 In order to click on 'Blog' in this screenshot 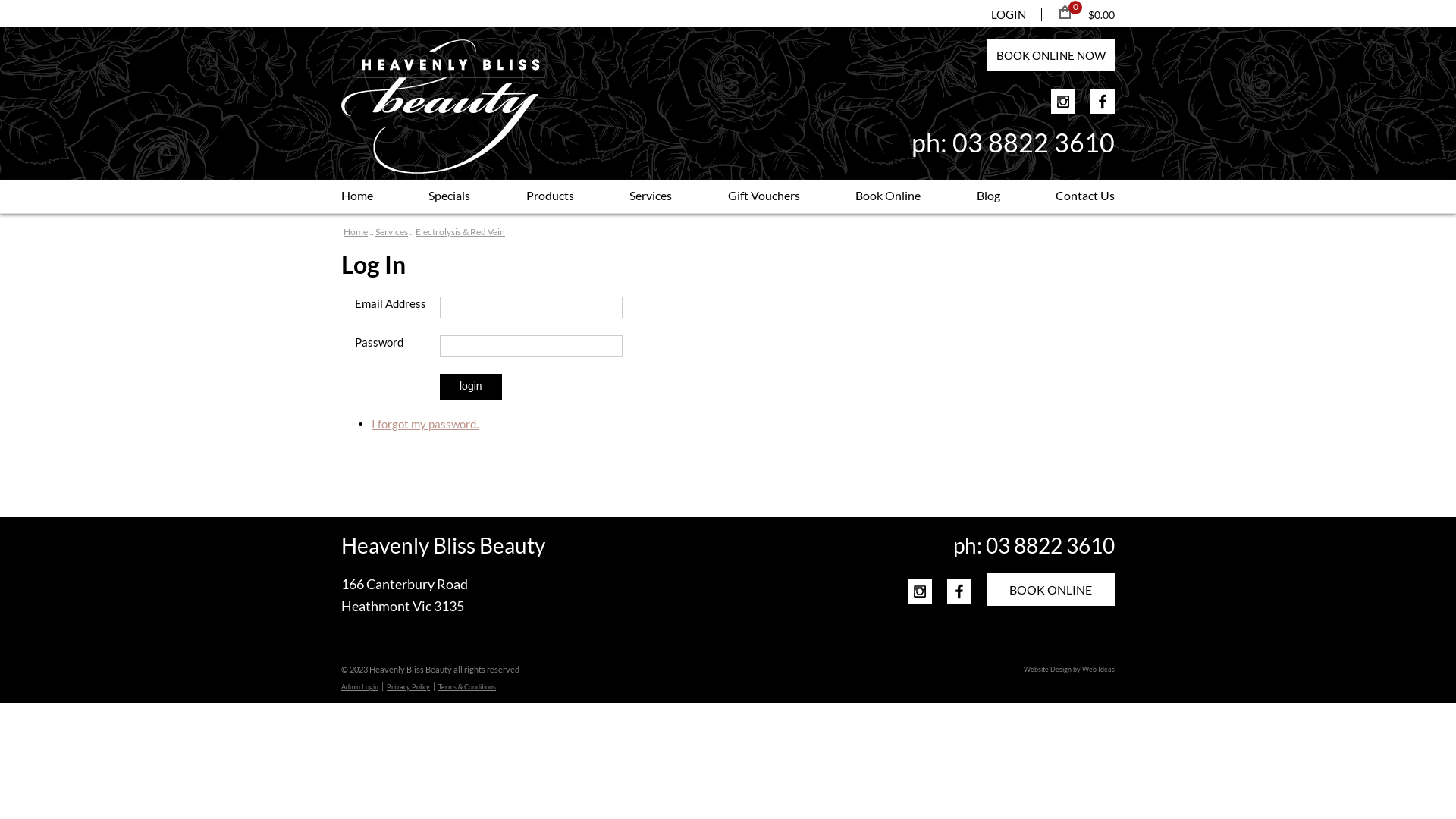, I will do `click(988, 196)`.